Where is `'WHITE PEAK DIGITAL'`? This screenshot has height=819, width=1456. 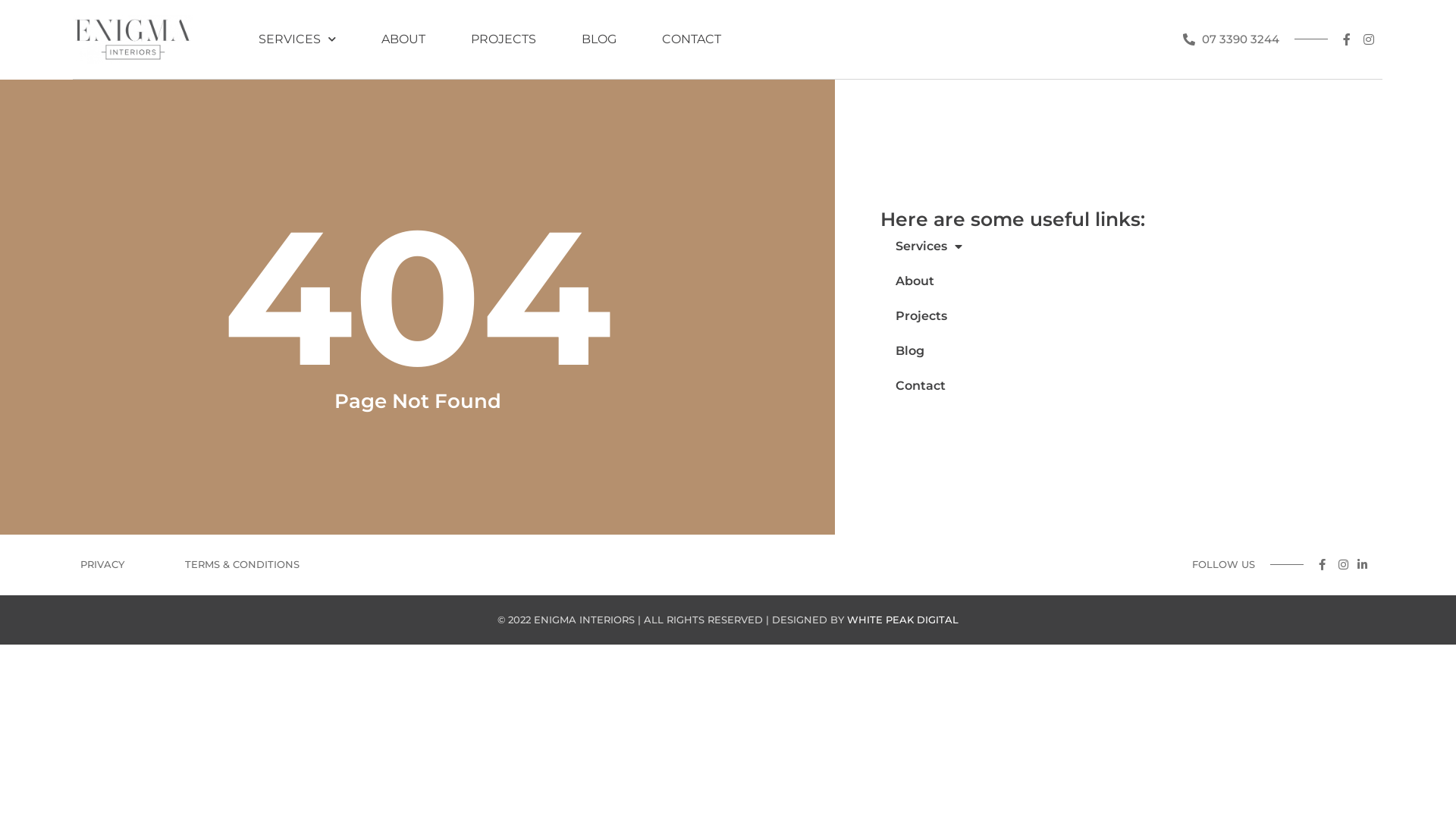
'WHITE PEAK DIGITAL' is located at coordinates (902, 620).